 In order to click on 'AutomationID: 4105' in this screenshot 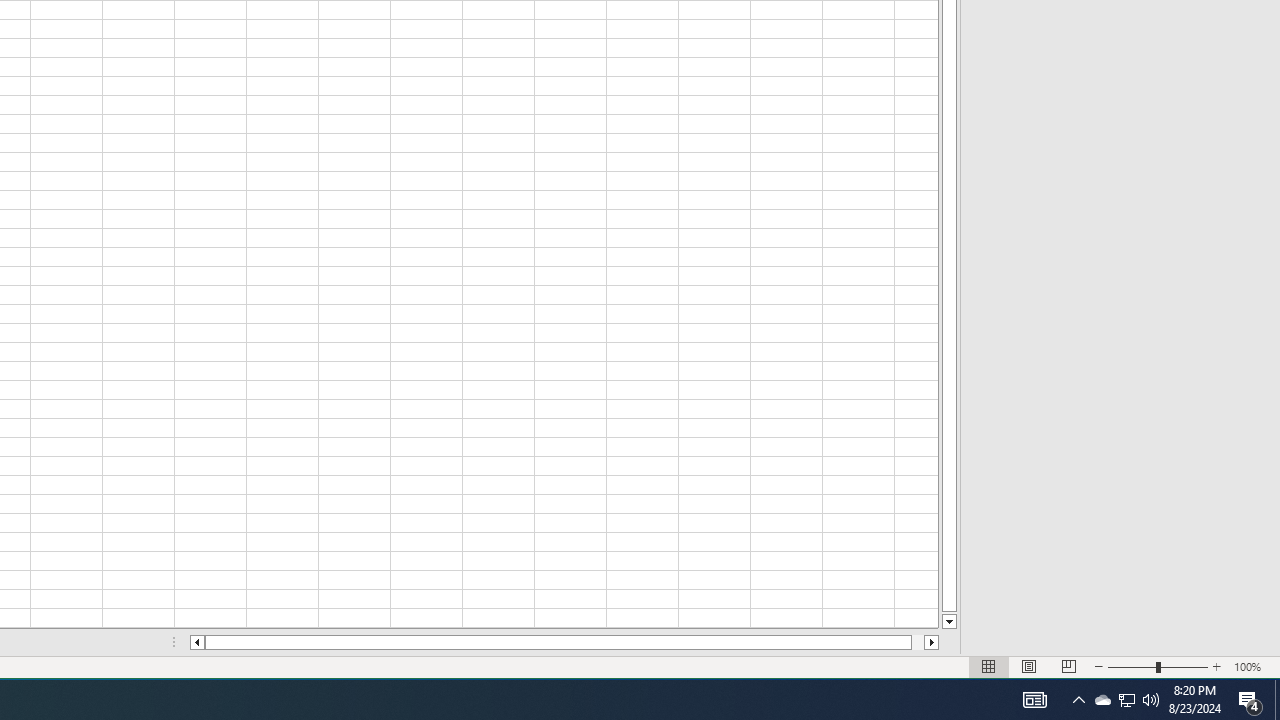, I will do `click(1034, 698)`.